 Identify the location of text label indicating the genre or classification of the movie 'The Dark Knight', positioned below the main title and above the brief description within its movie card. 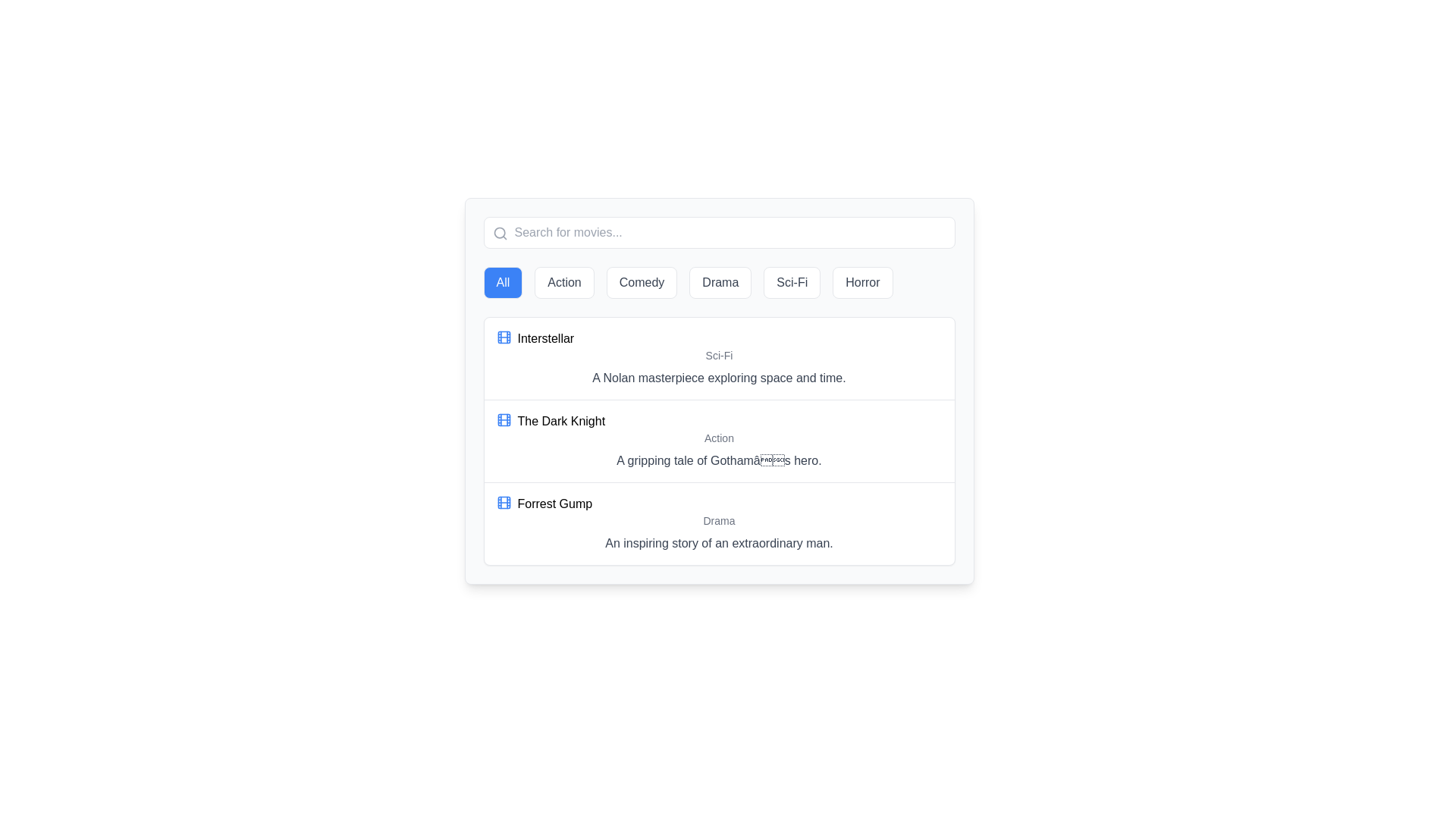
(718, 438).